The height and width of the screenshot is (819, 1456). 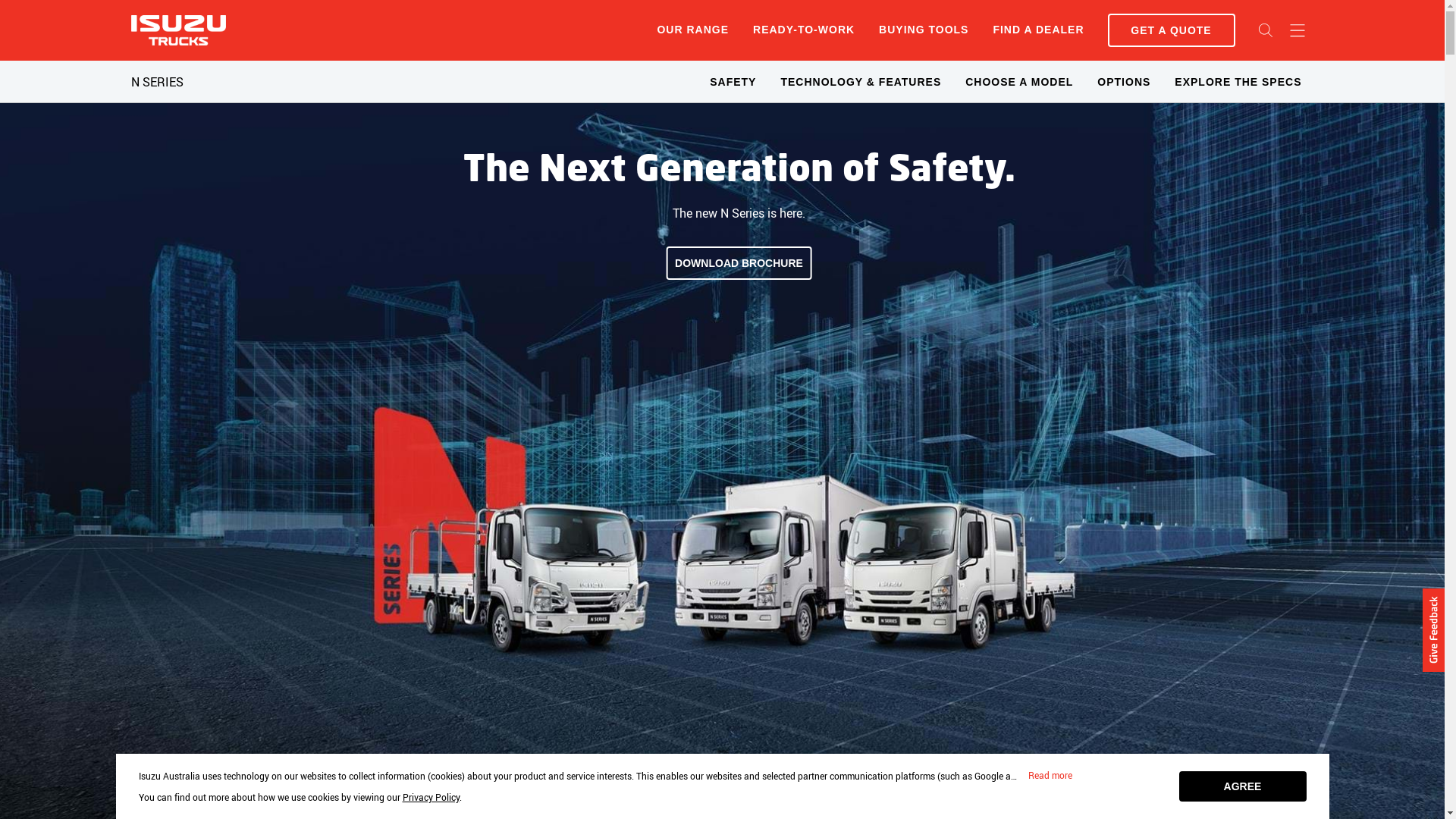 What do you see at coordinates (860, 82) in the screenshot?
I see `'TECHNOLOGY & FEATURES'` at bounding box center [860, 82].